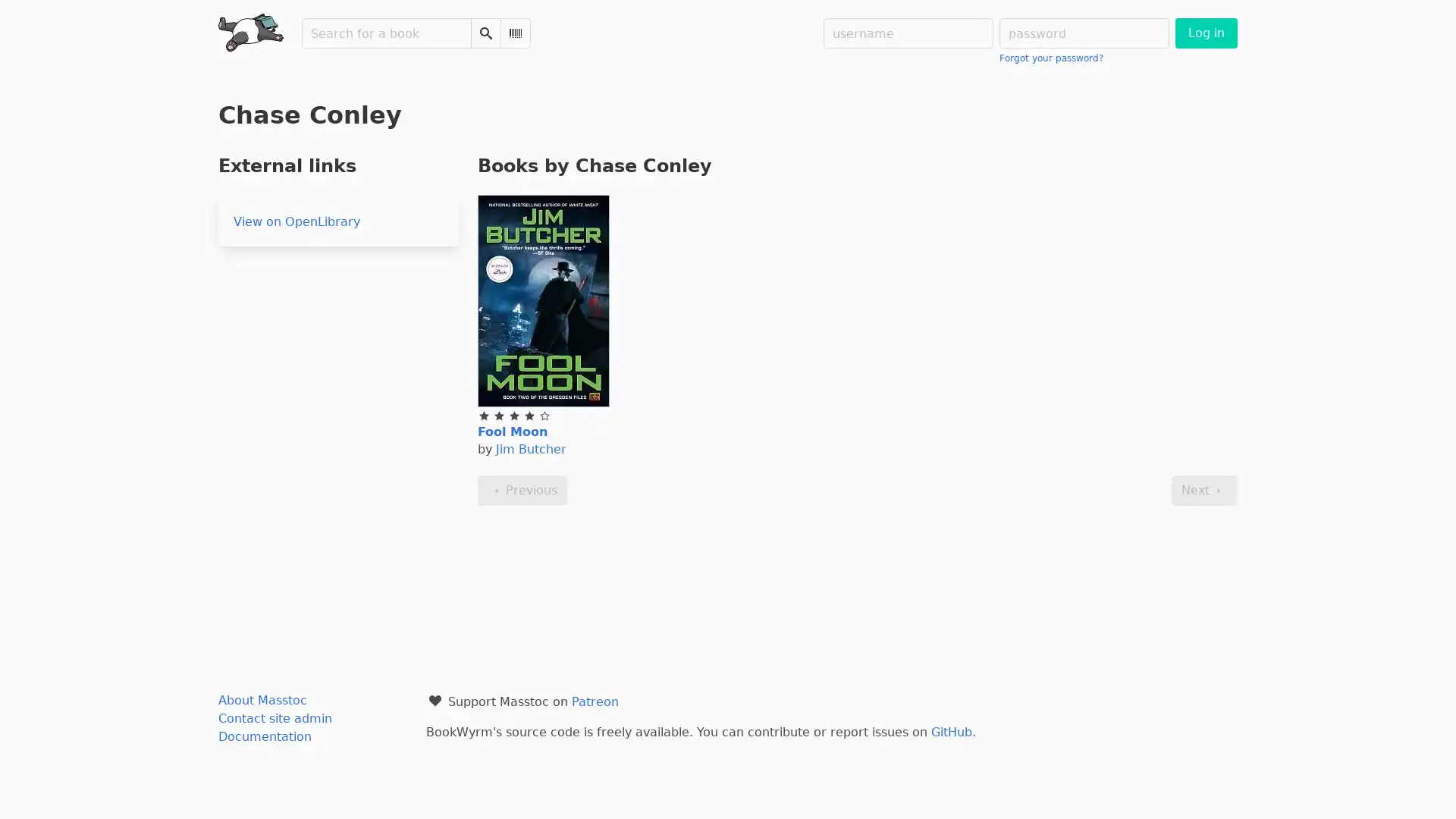 The width and height of the screenshot is (1456, 819). I want to click on Scan Barcode, so click(516, 33).